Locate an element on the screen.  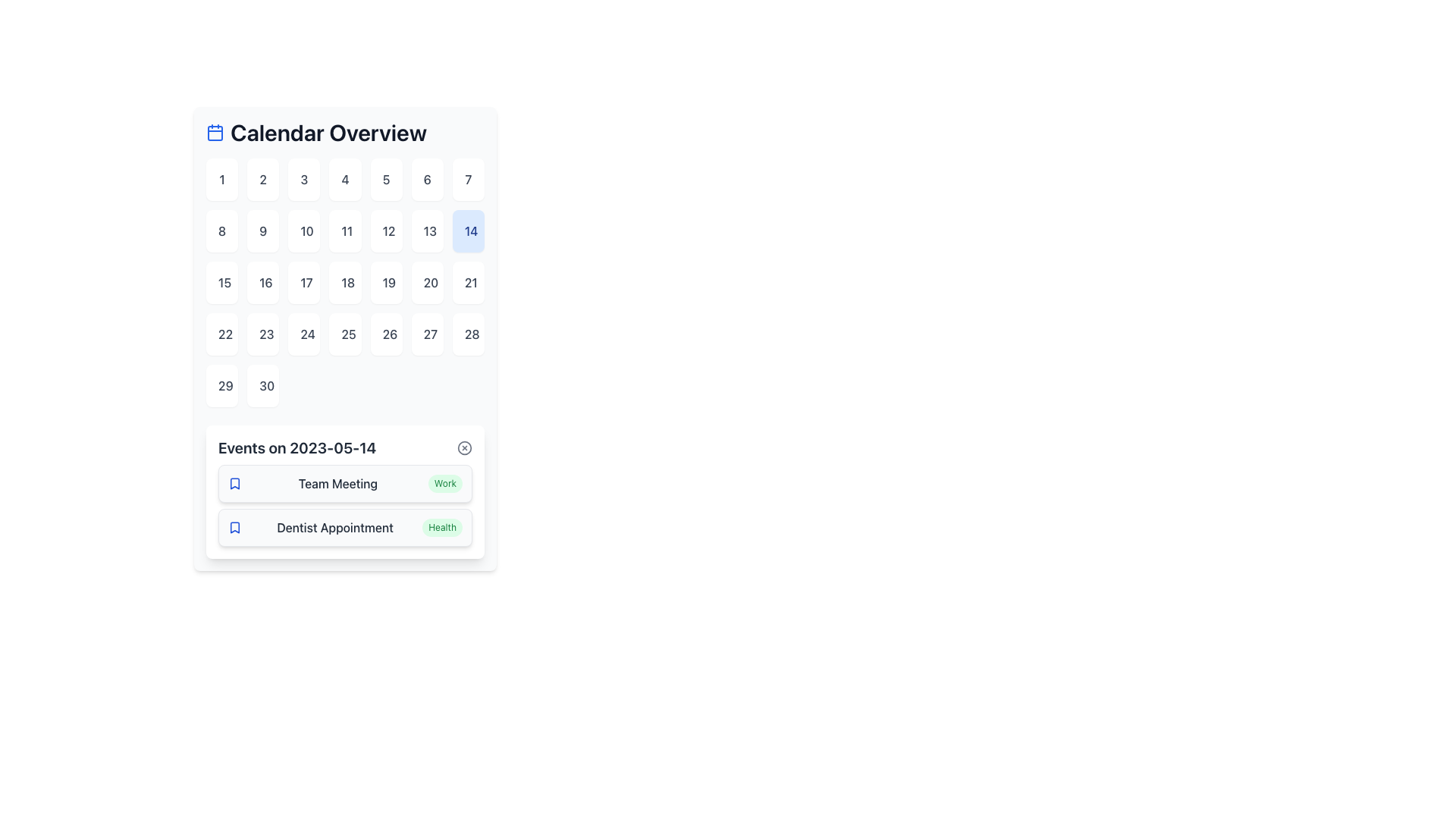
the button representing the date in the calendar interface located in the second row and fourth column under 'Calendar Overview' is located at coordinates (344, 231).